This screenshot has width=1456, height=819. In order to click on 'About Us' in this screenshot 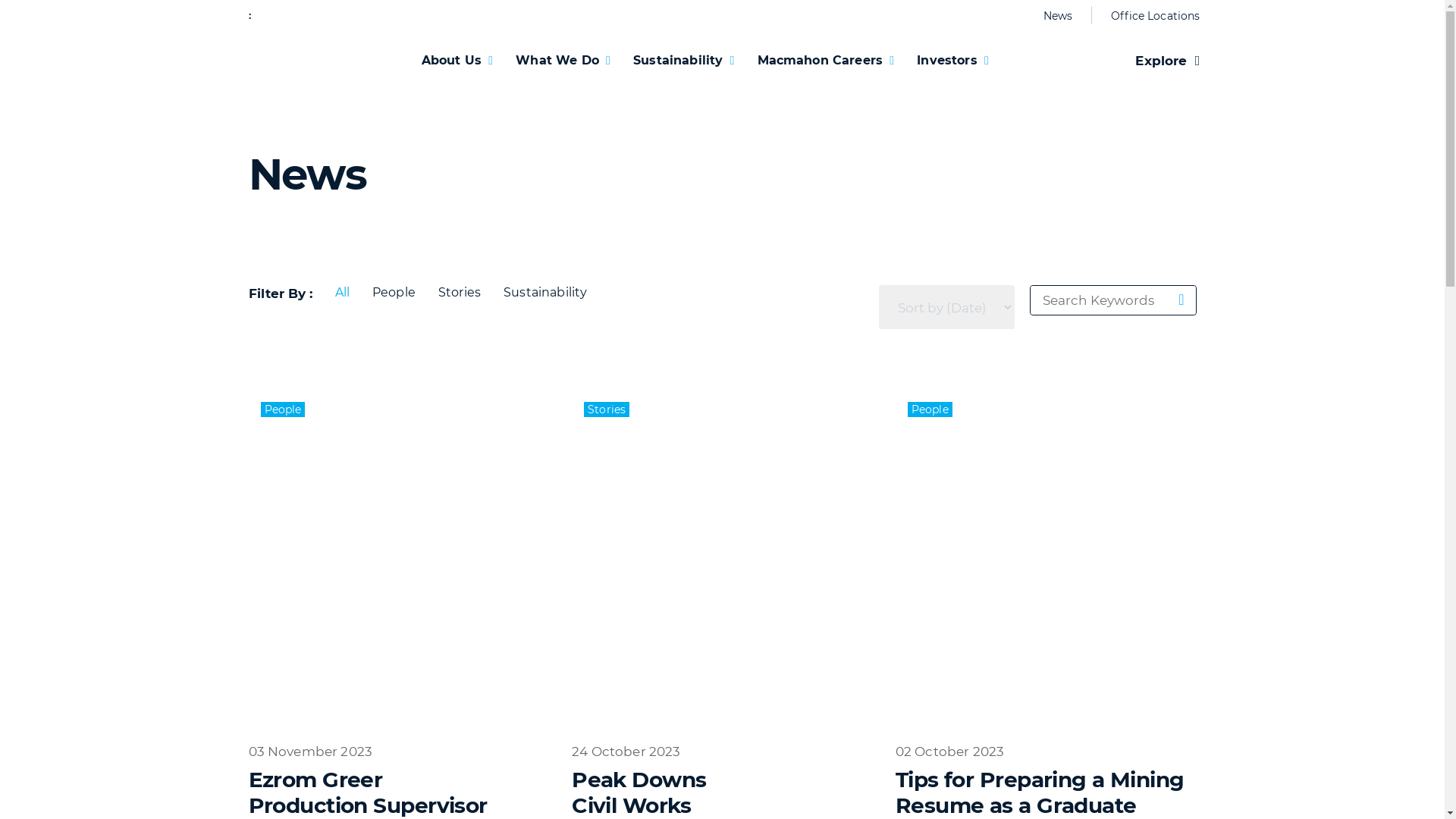, I will do `click(457, 59)`.